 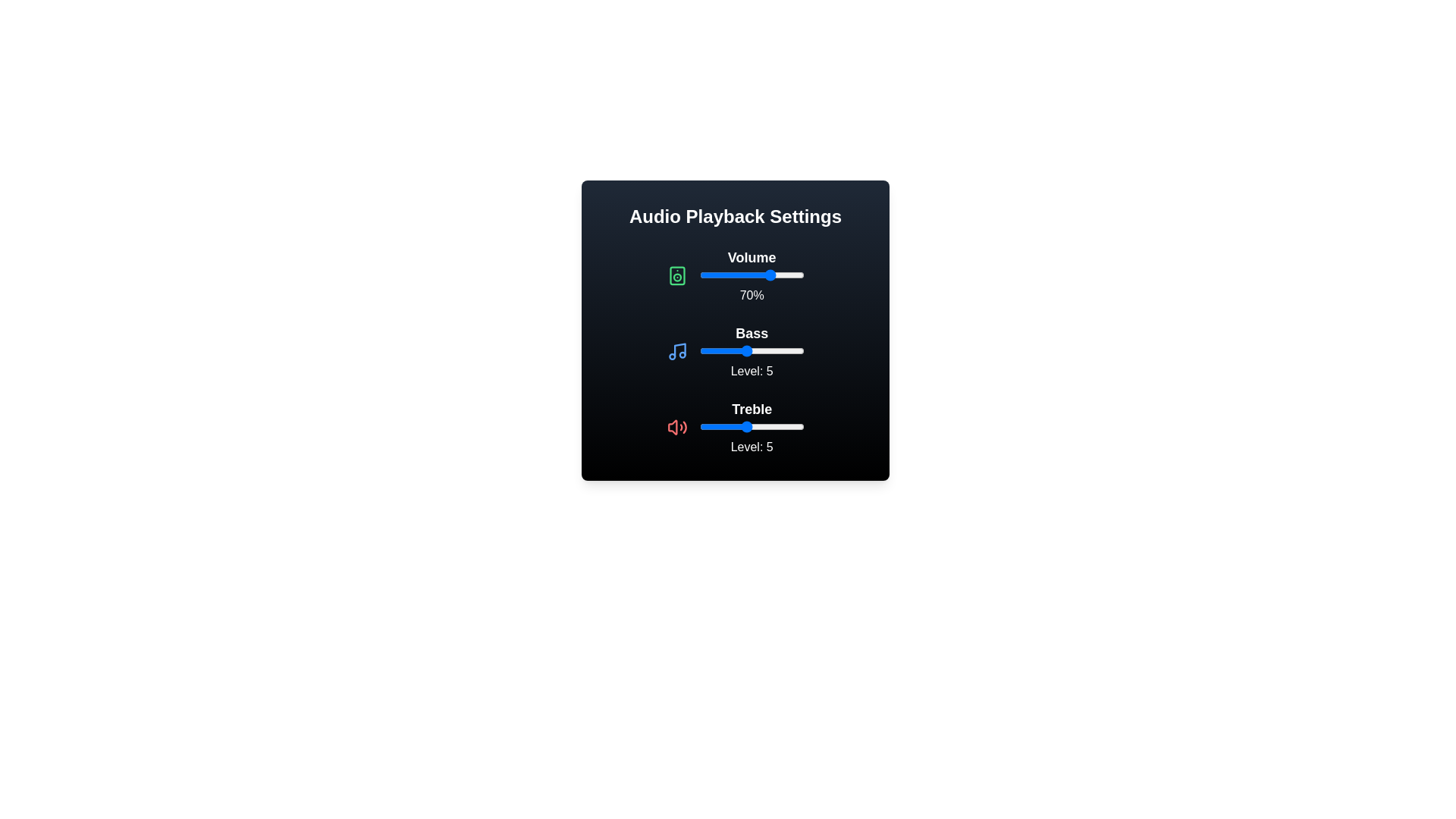 What do you see at coordinates (769, 350) in the screenshot?
I see `bass level` at bounding box center [769, 350].